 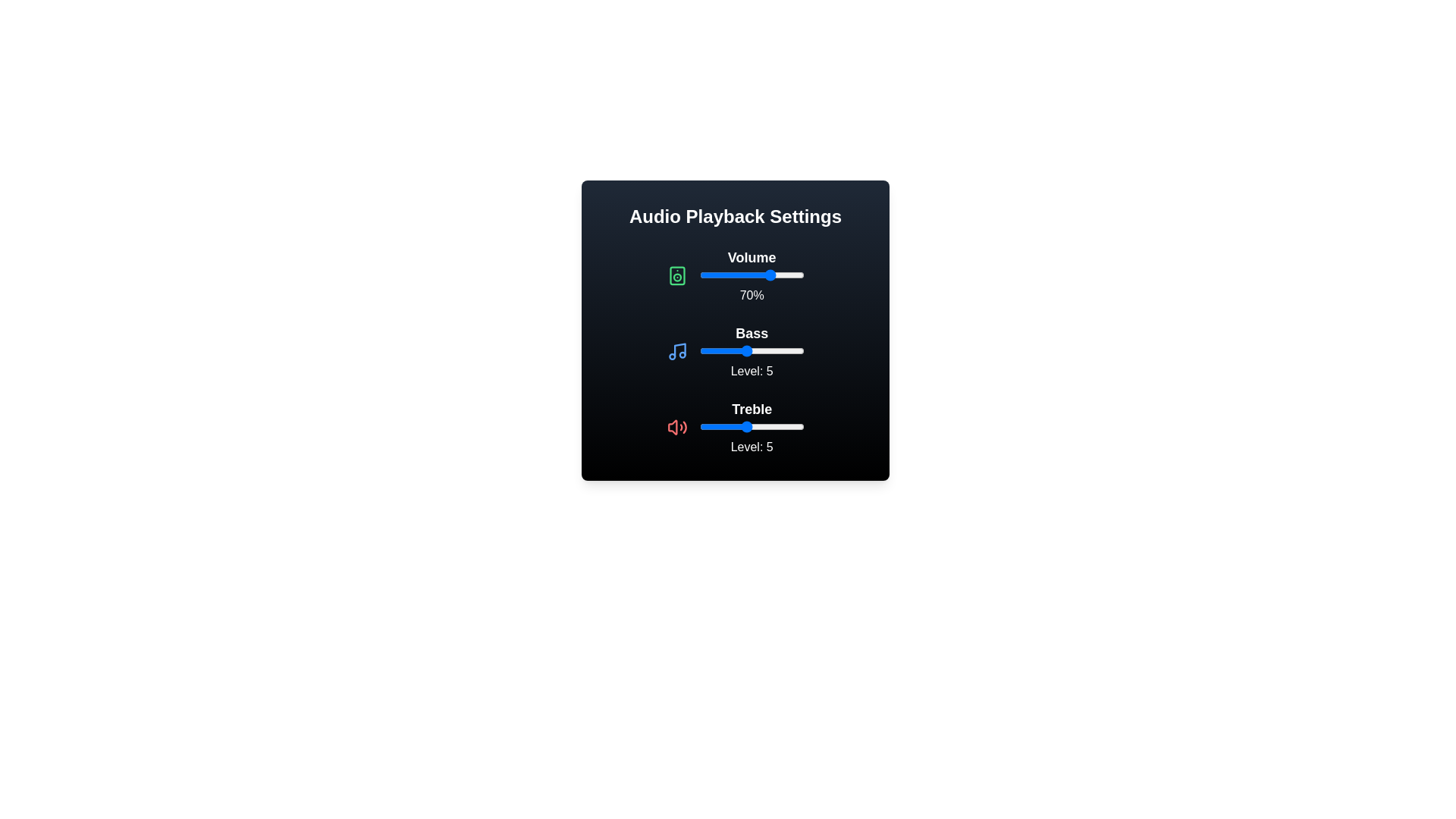 What do you see at coordinates (769, 350) in the screenshot?
I see `bass level` at bounding box center [769, 350].